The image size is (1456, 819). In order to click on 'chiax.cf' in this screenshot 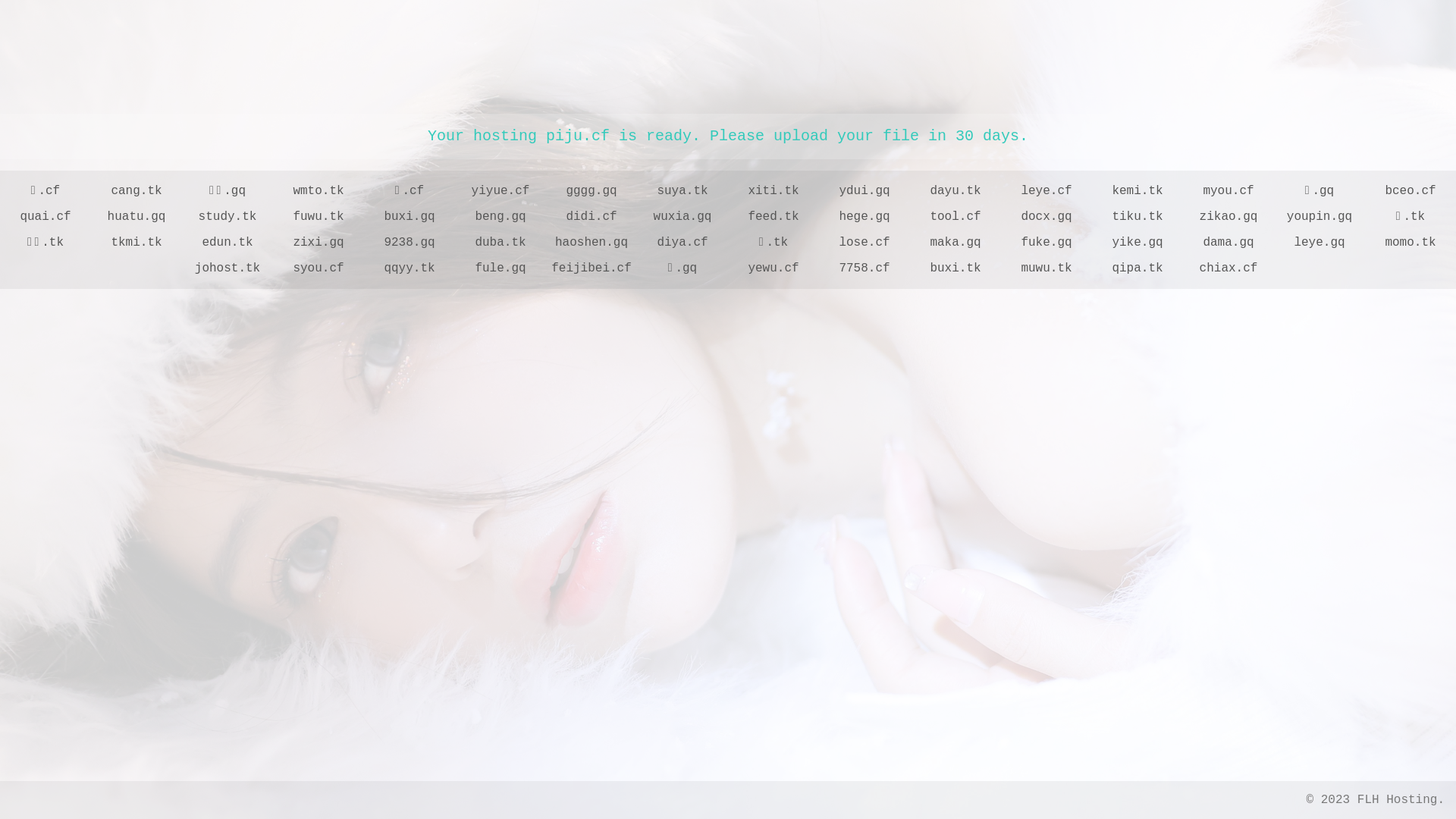, I will do `click(1228, 268)`.